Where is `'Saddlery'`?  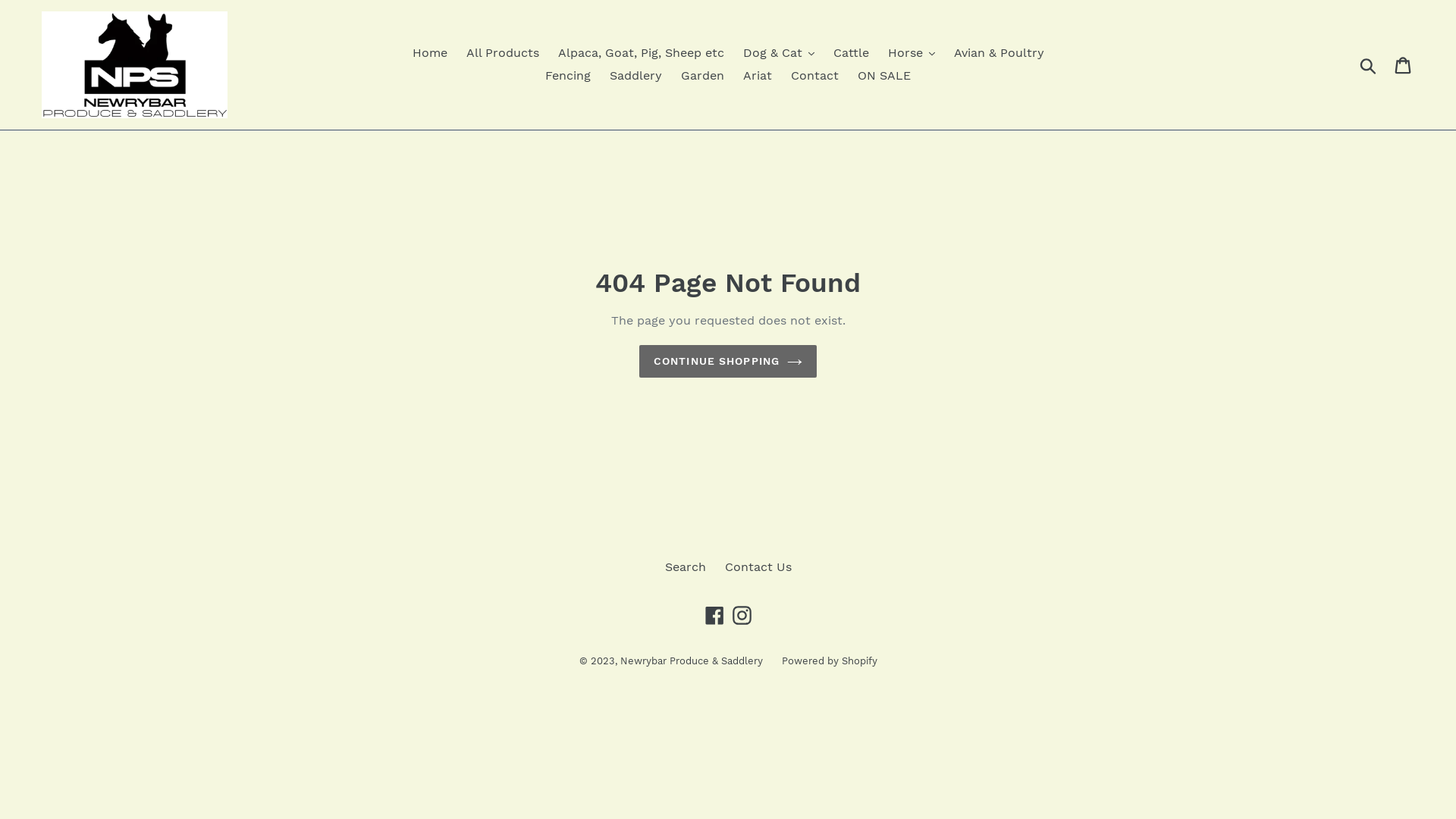
'Saddlery' is located at coordinates (635, 76).